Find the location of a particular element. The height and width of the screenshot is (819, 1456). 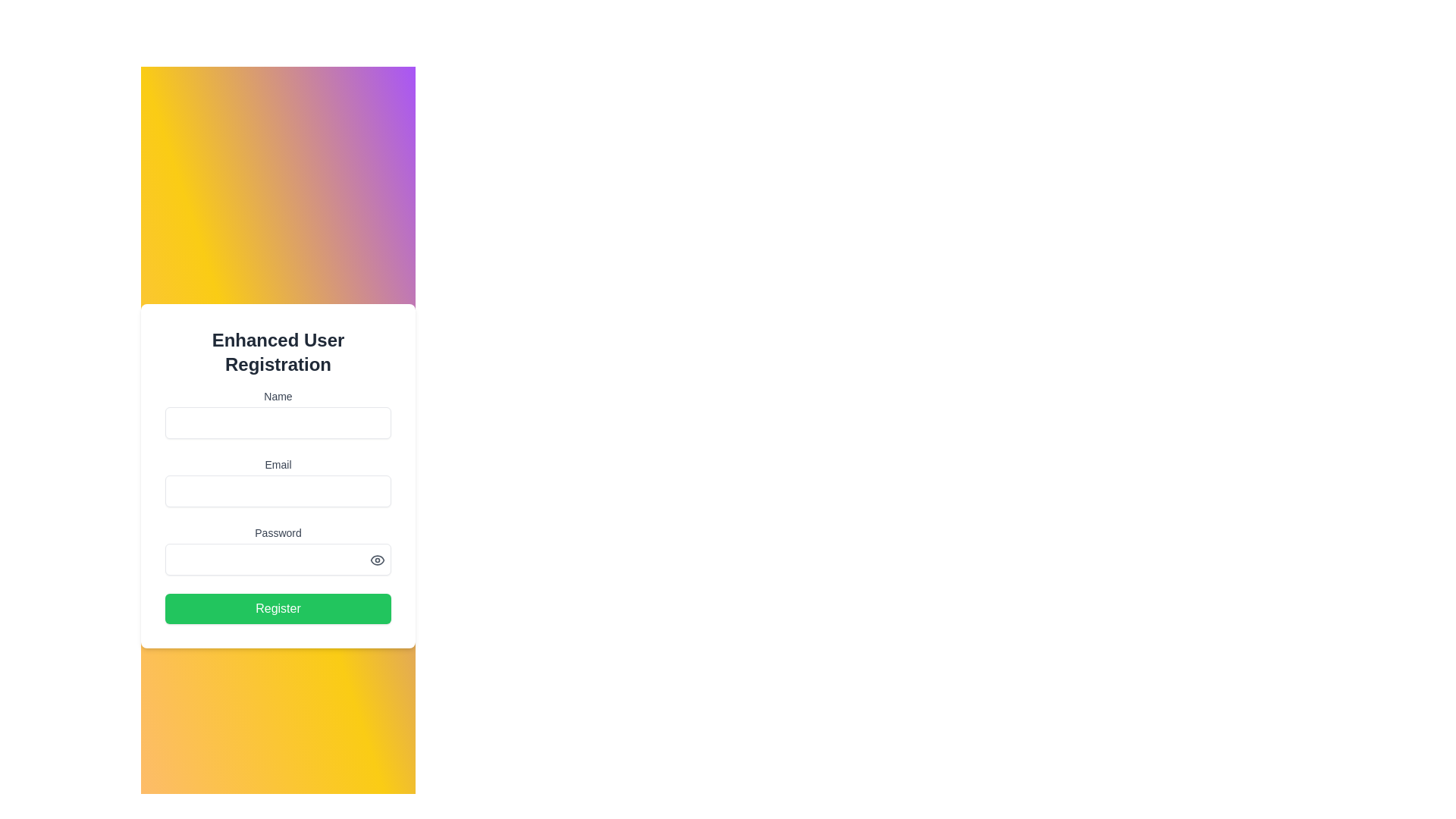

the 'Register' button, which has a green background and white text, to trigger hover effects is located at coordinates (278, 607).